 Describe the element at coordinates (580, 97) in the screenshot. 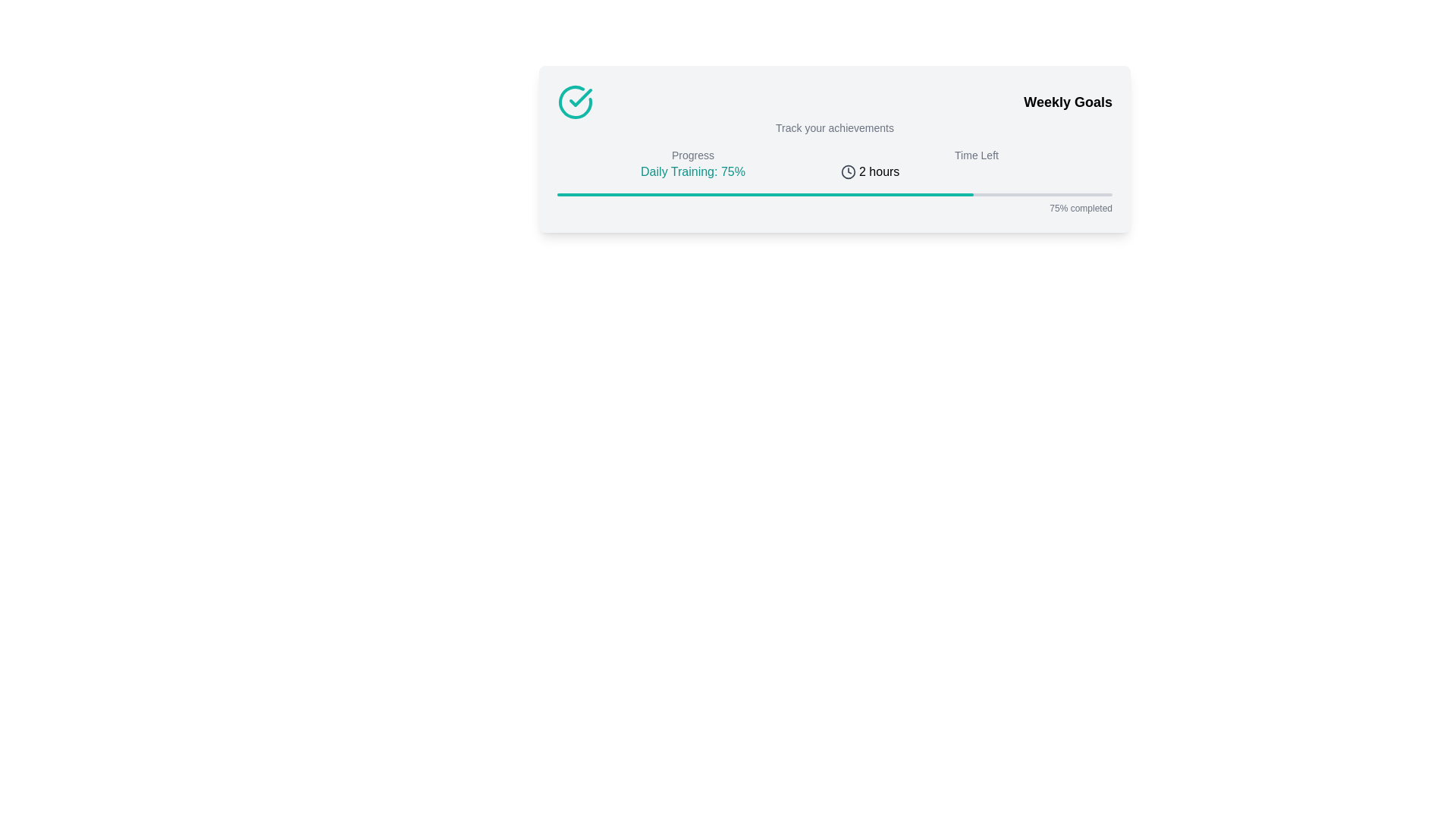

I see `the teal check mark icon styled in a circular frame located in the upper left quadrant of the card interface` at that location.